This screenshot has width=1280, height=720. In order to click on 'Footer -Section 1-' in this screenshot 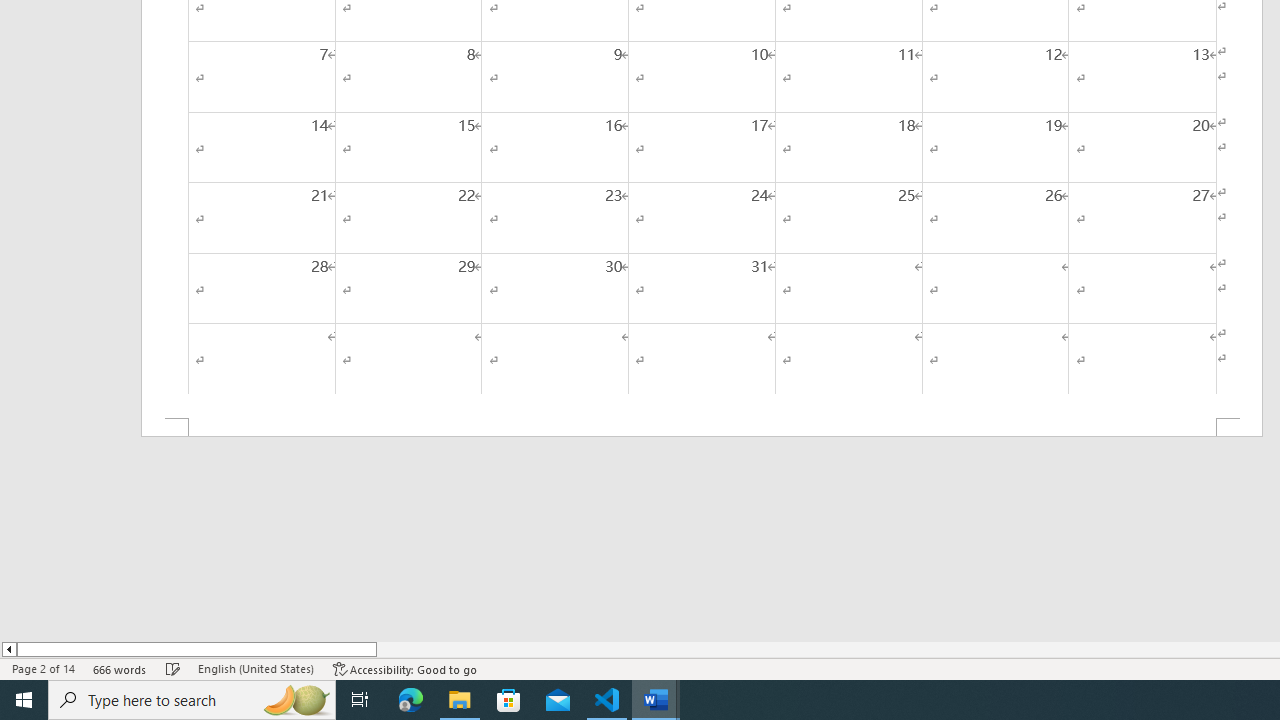, I will do `click(702, 426)`.